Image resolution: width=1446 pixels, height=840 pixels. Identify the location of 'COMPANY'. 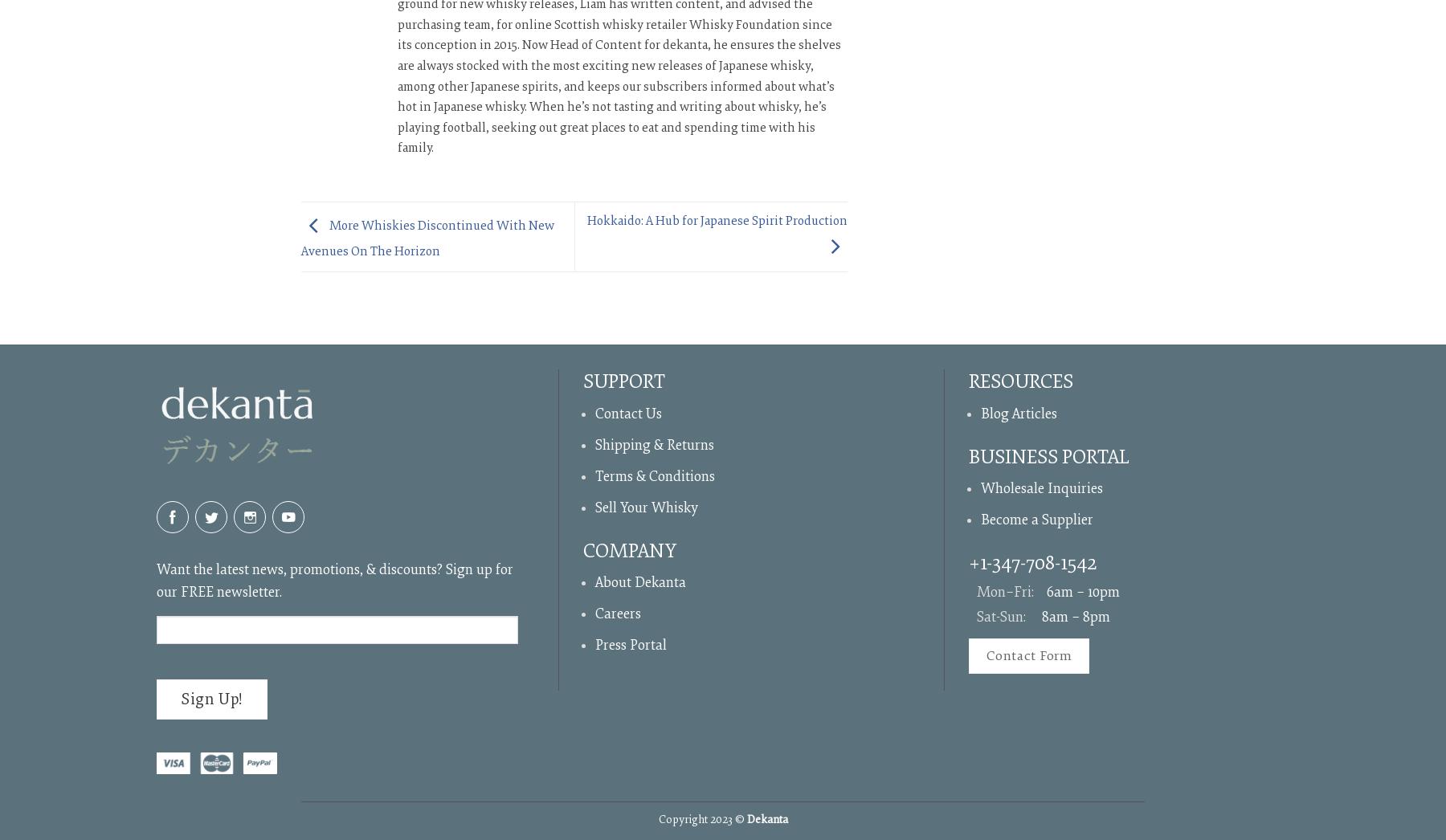
(628, 550).